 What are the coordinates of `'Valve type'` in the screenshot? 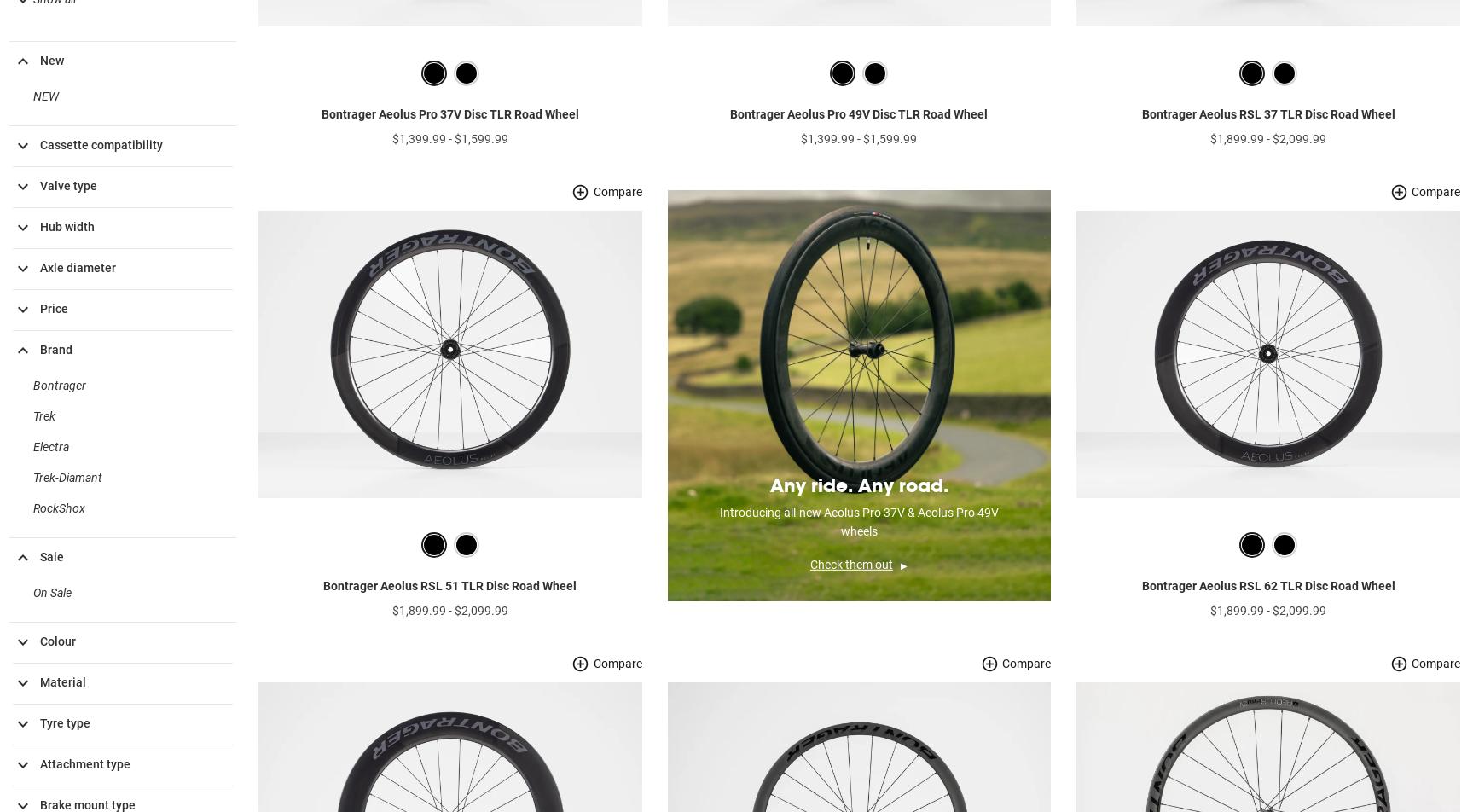 It's located at (39, 212).